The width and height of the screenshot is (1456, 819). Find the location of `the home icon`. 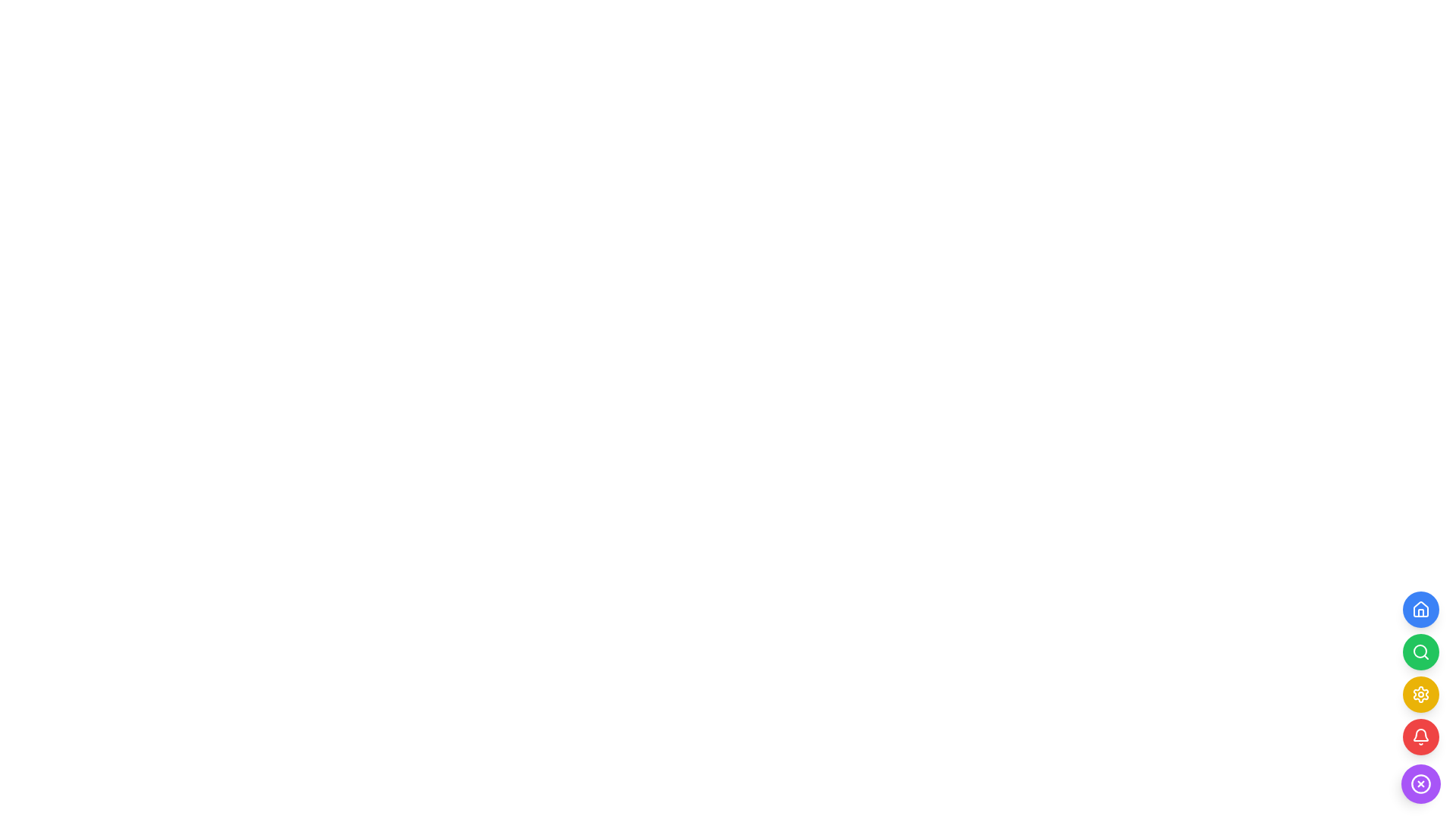

the home icon is located at coordinates (1420, 607).